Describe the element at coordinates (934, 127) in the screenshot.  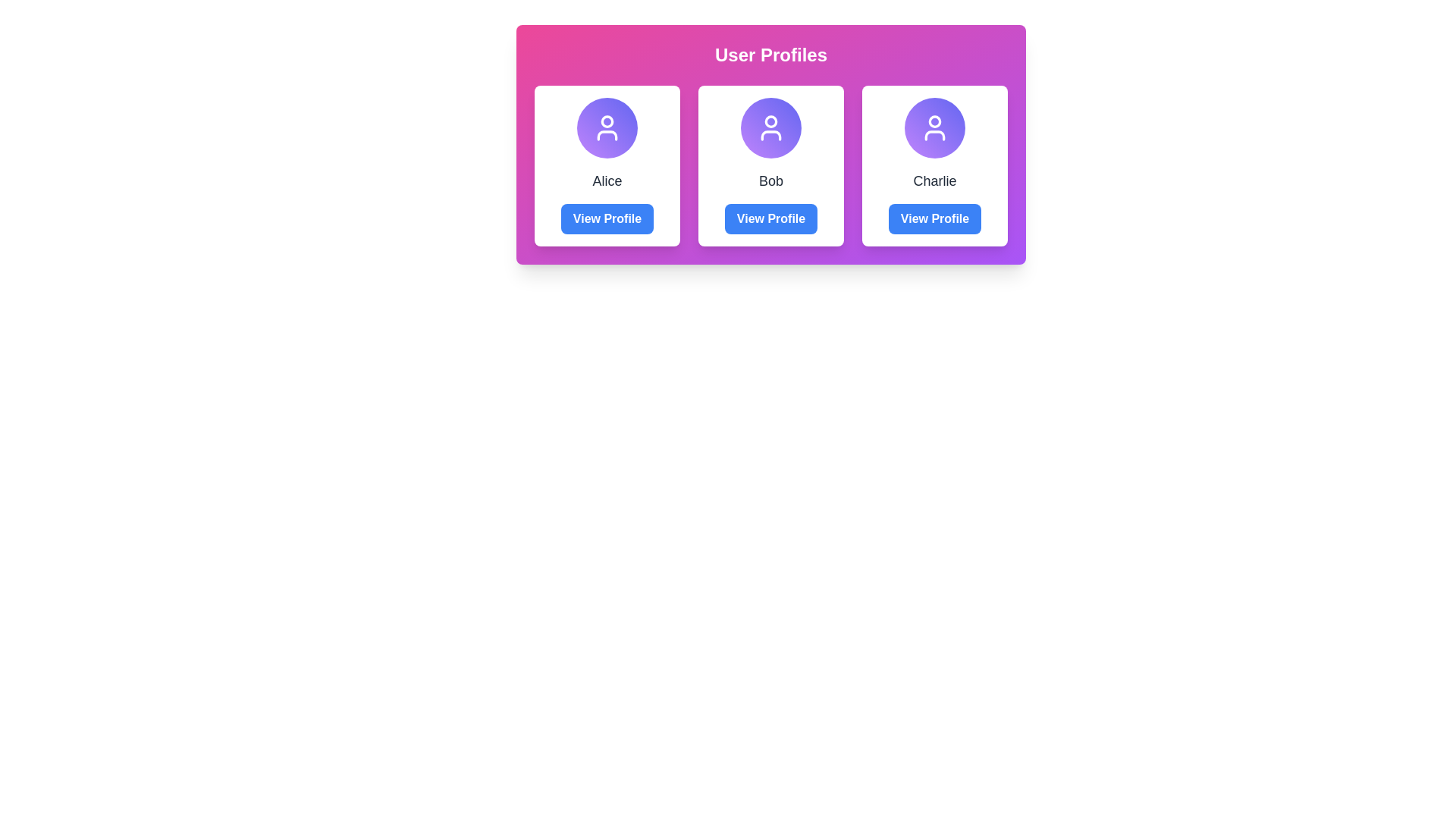
I see `the Avatar Icon representing the user Charlie in the User Profiles section` at that location.